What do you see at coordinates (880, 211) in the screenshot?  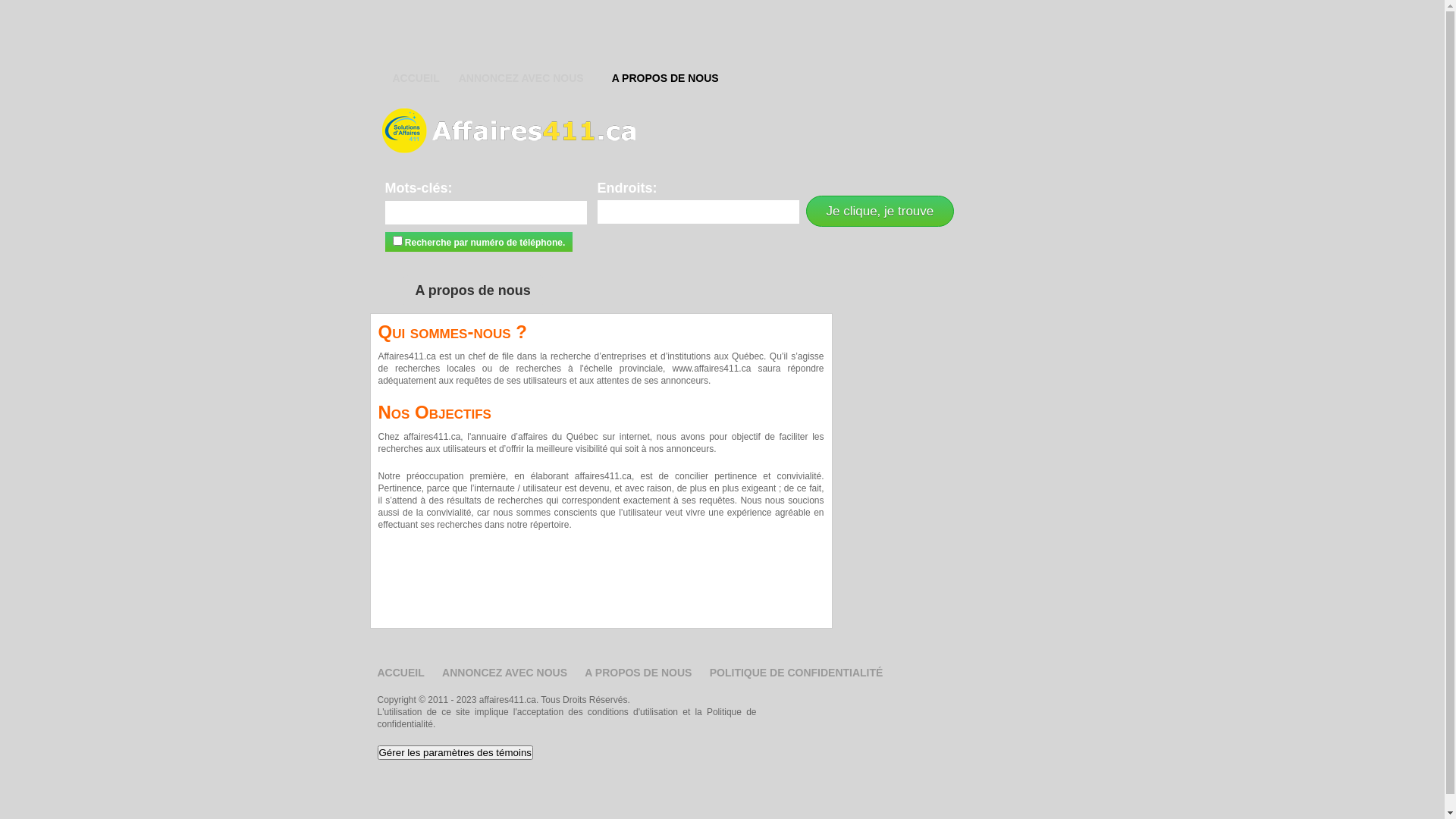 I see `'Je clique, je trouve'` at bounding box center [880, 211].